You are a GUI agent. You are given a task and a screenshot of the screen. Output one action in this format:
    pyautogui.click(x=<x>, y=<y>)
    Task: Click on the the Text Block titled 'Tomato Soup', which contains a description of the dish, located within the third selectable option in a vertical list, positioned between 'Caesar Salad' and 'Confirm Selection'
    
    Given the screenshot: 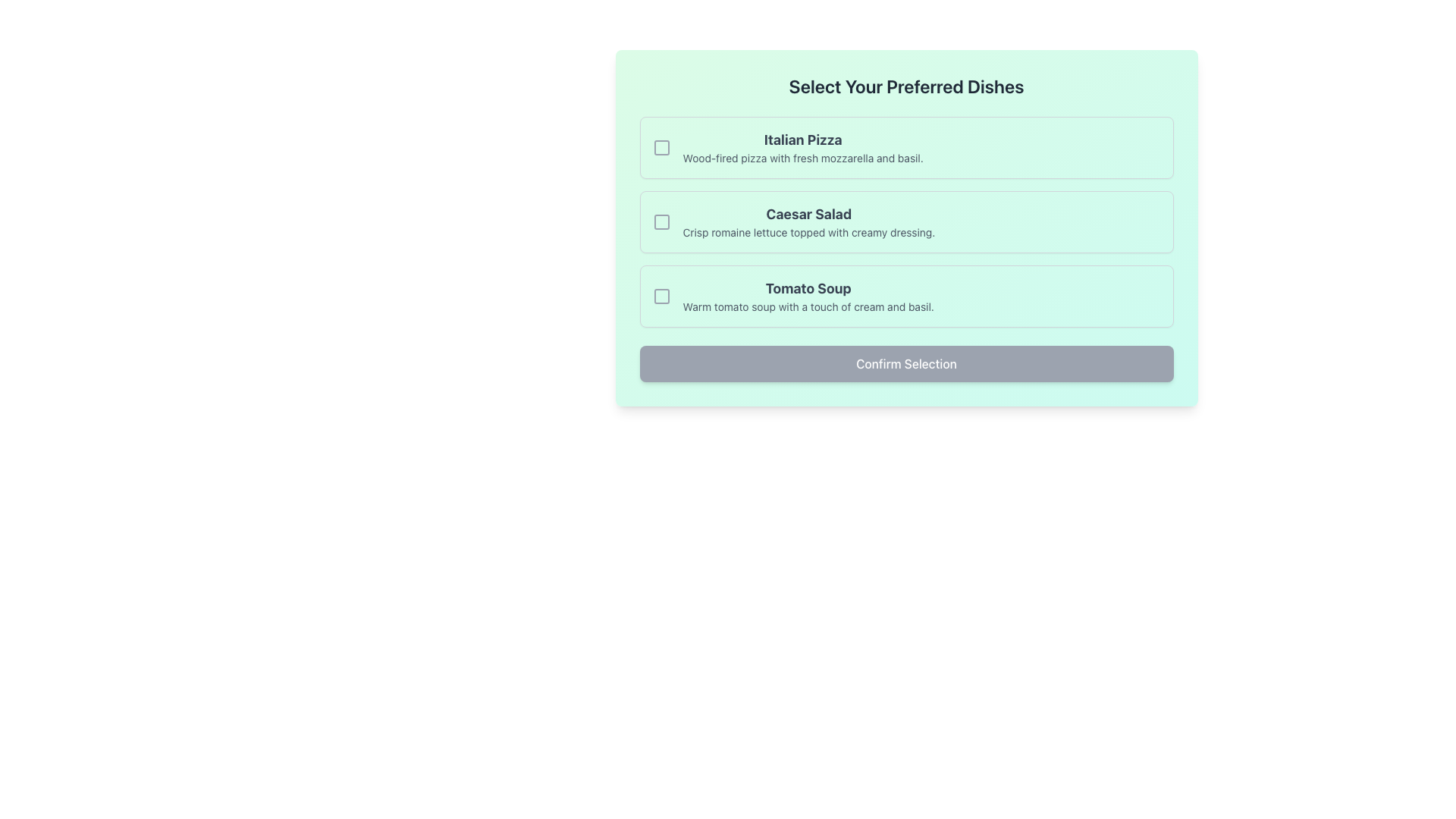 What is the action you would take?
    pyautogui.click(x=808, y=296)
    